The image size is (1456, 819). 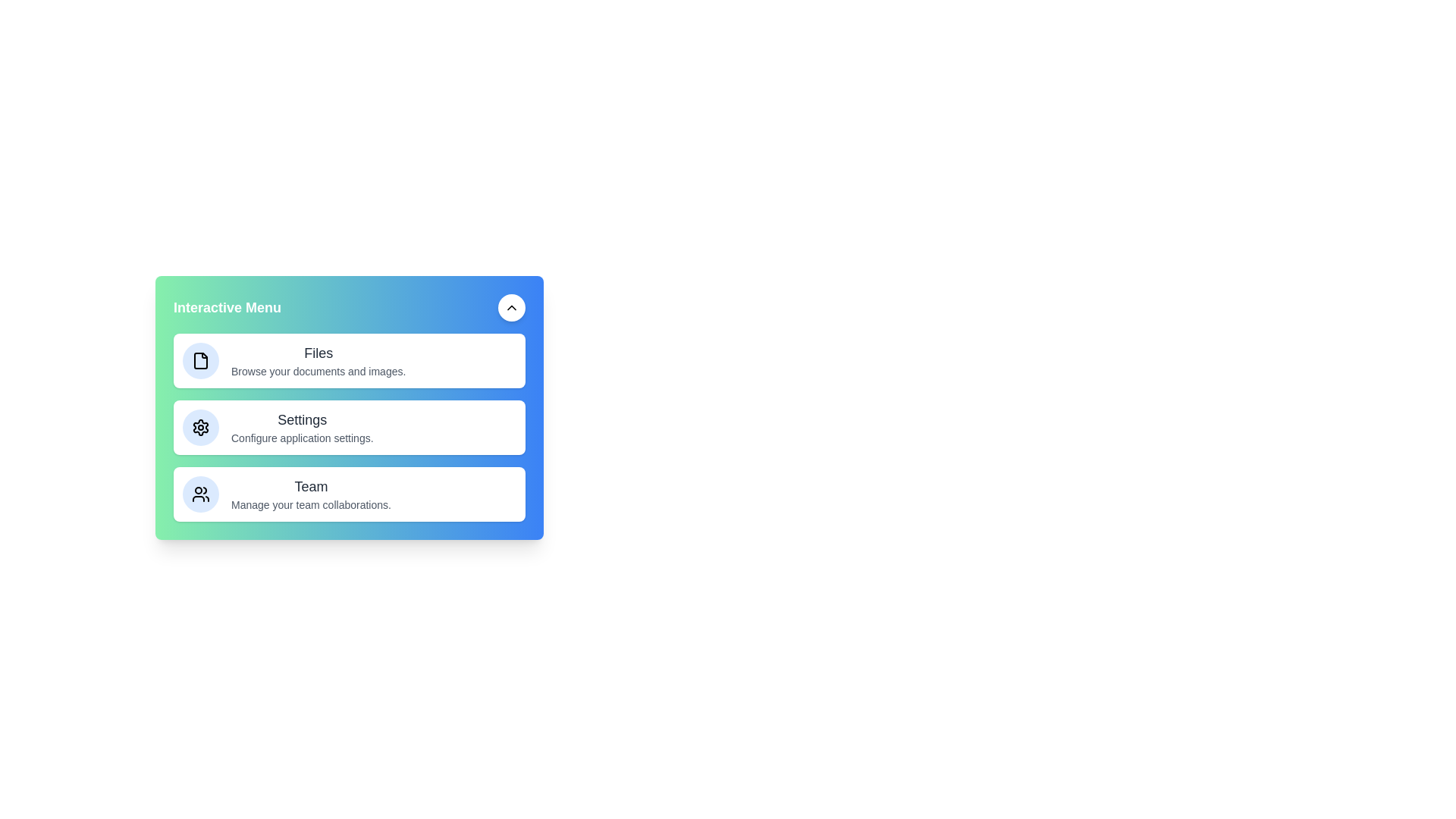 I want to click on the arrow button to toggle the menu visibility, so click(x=512, y=307).